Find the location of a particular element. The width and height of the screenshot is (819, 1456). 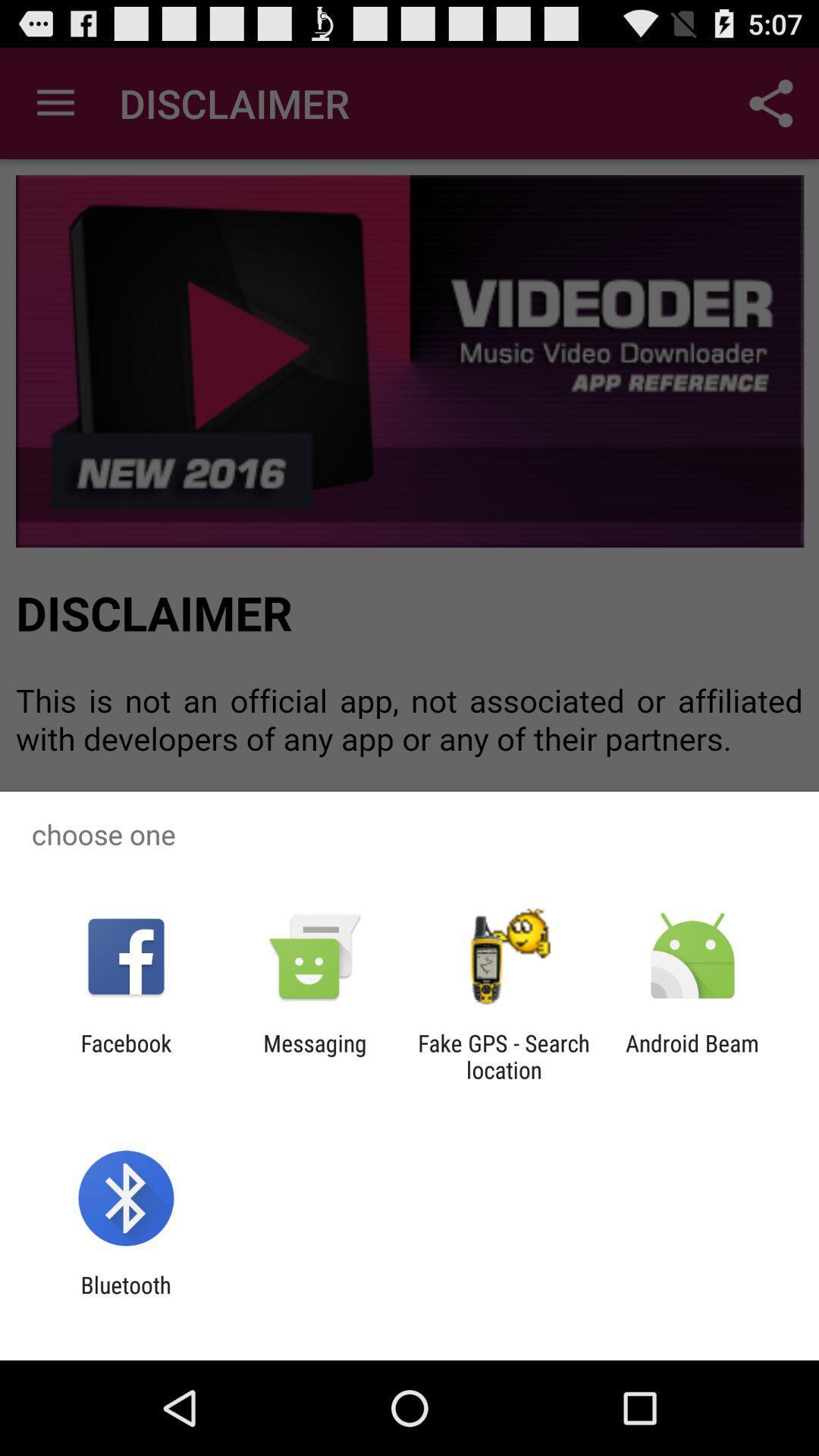

the messaging is located at coordinates (314, 1056).